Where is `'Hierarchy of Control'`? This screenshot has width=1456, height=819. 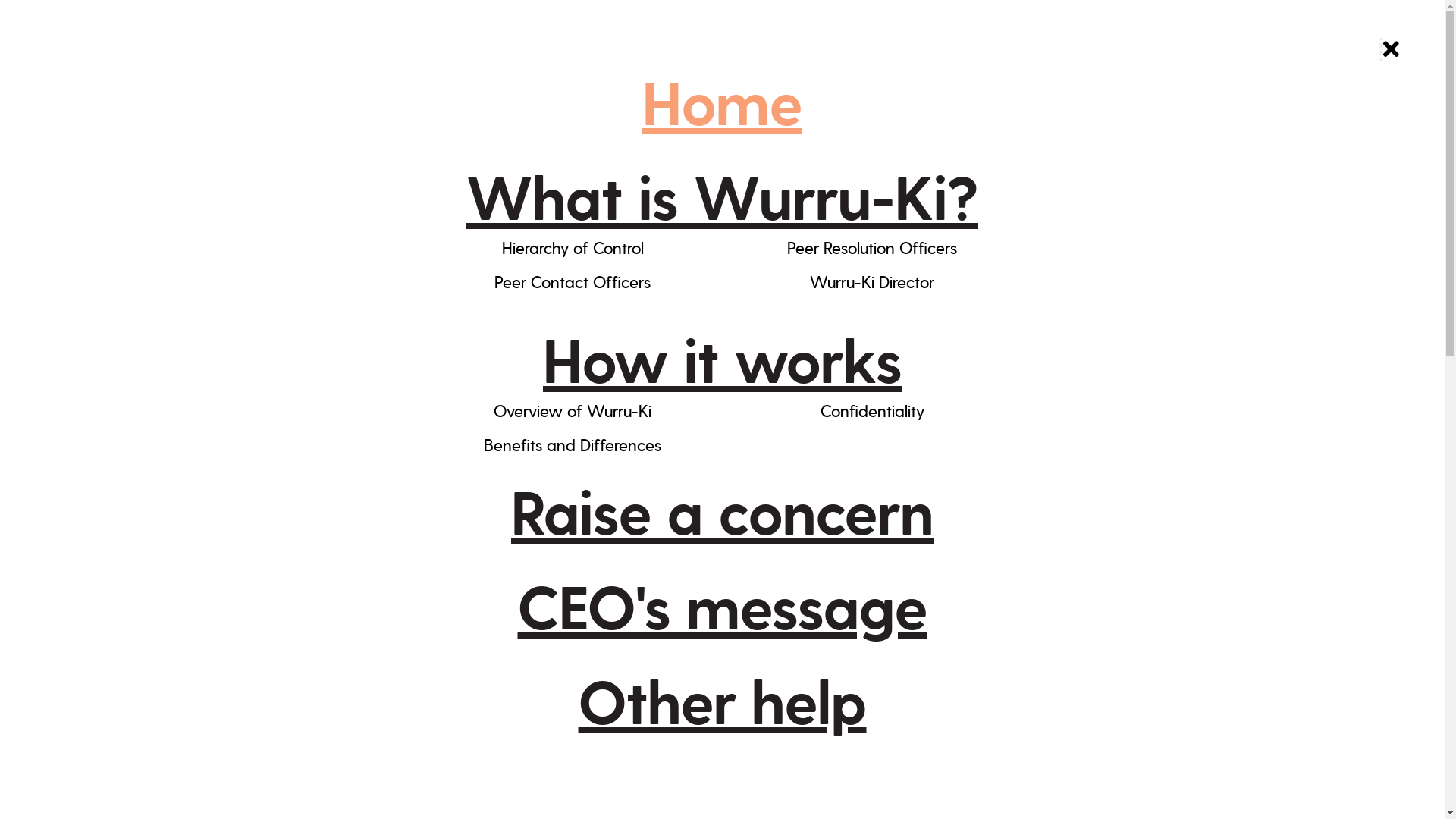
'Hierarchy of Control' is located at coordinates (572, 246).